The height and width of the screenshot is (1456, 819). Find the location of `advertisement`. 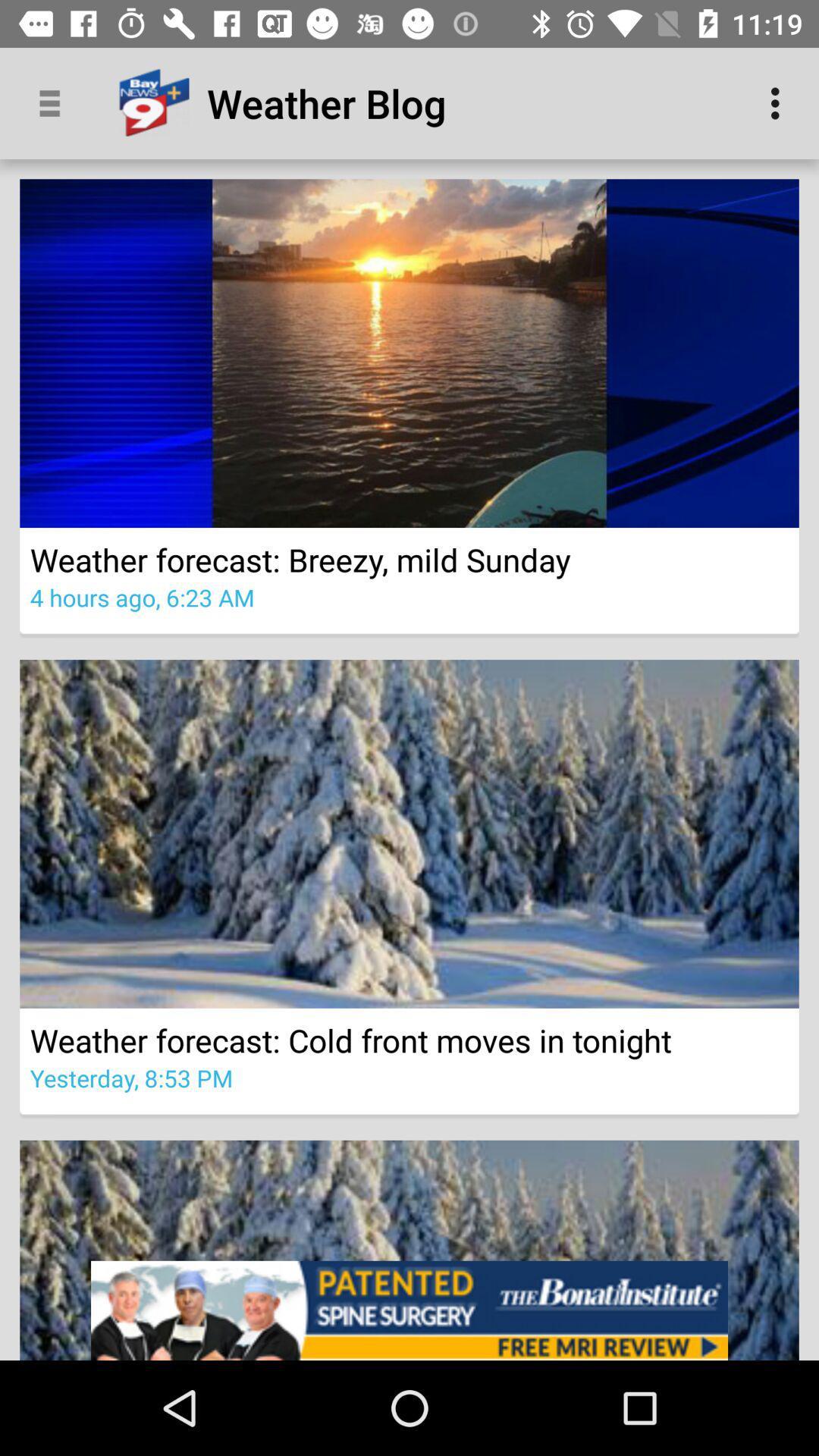

advertisement is located at coordinates (409, 1310).